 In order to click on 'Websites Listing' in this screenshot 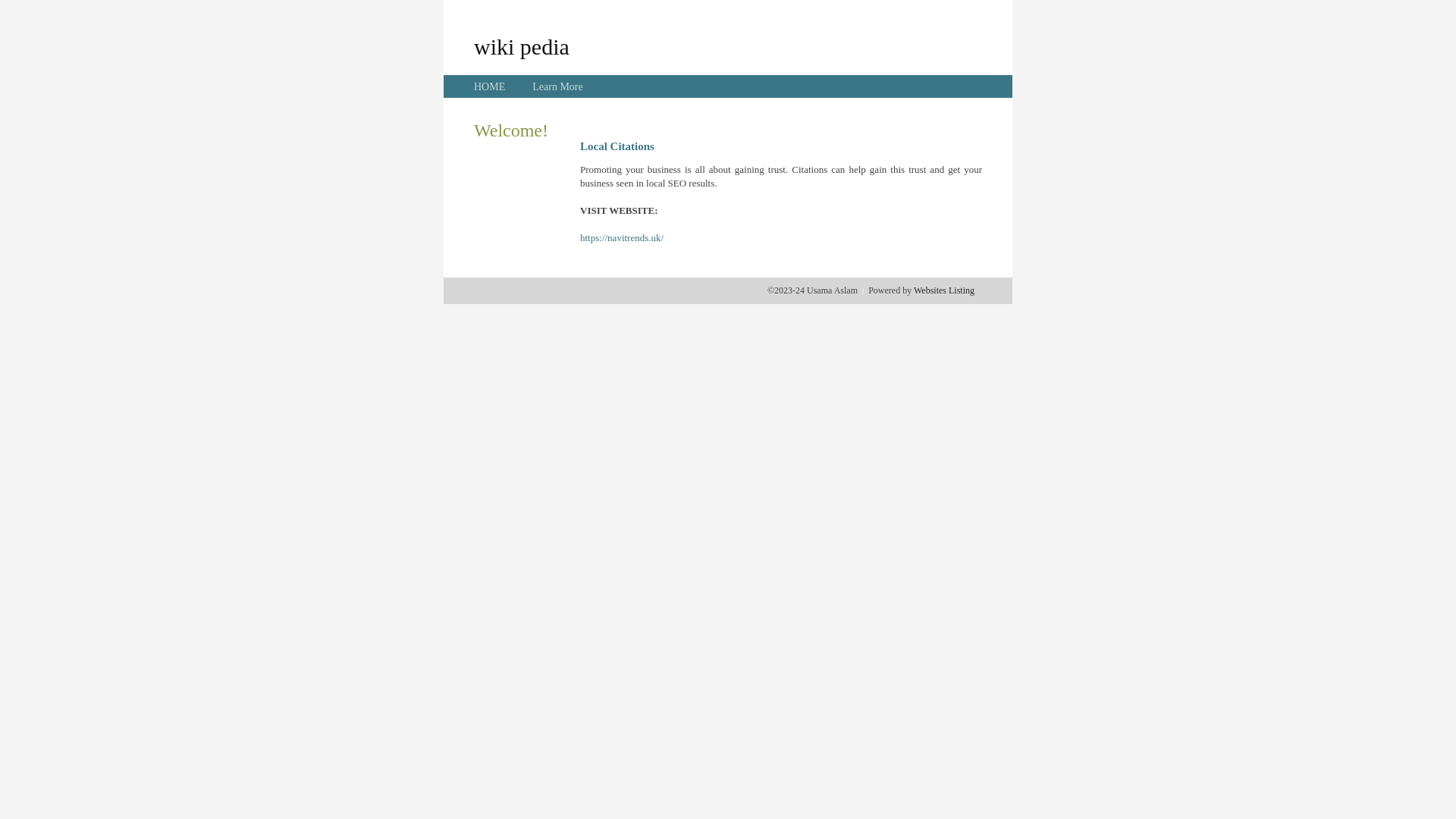, I will do `click(943, 290)`.